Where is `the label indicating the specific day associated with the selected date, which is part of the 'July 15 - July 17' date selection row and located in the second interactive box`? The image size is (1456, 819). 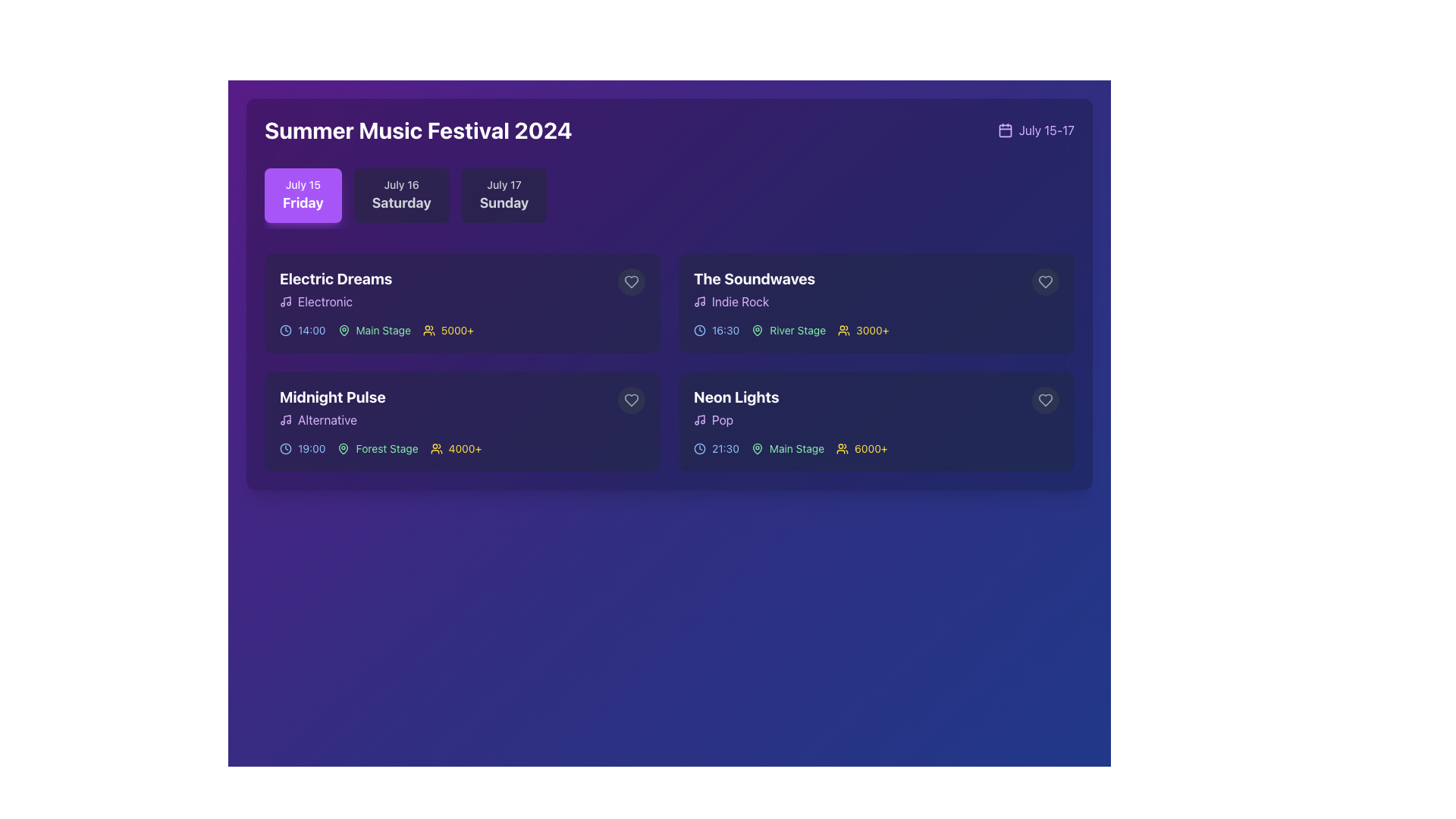 the label indicating the specific day associated with the selected date, which is part of the 'July 15 - July 17' date selection row and located in the second interactive box is located at coordinates (401, 202).